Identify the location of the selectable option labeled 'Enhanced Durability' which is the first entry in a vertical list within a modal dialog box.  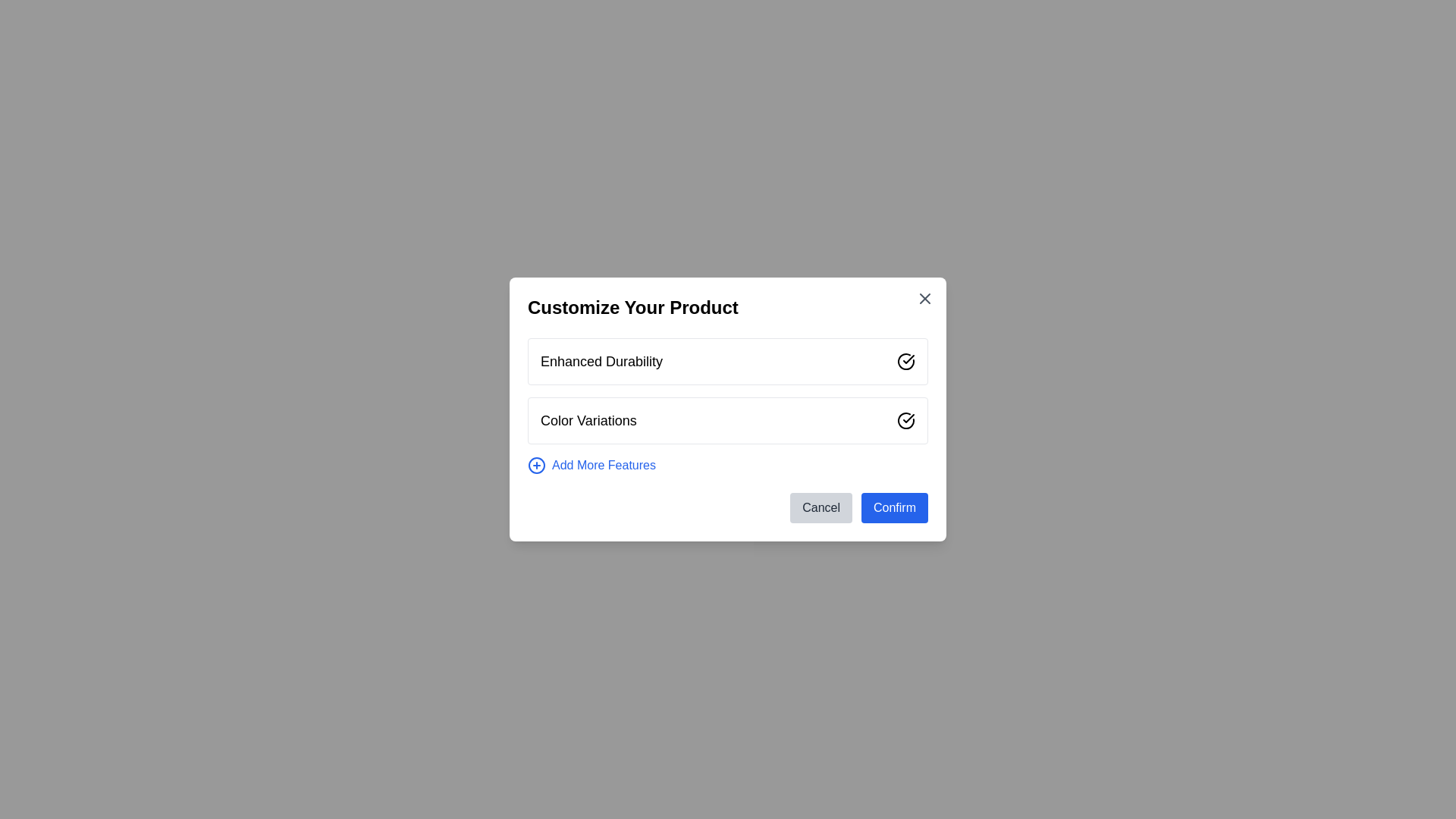
(728, 362).